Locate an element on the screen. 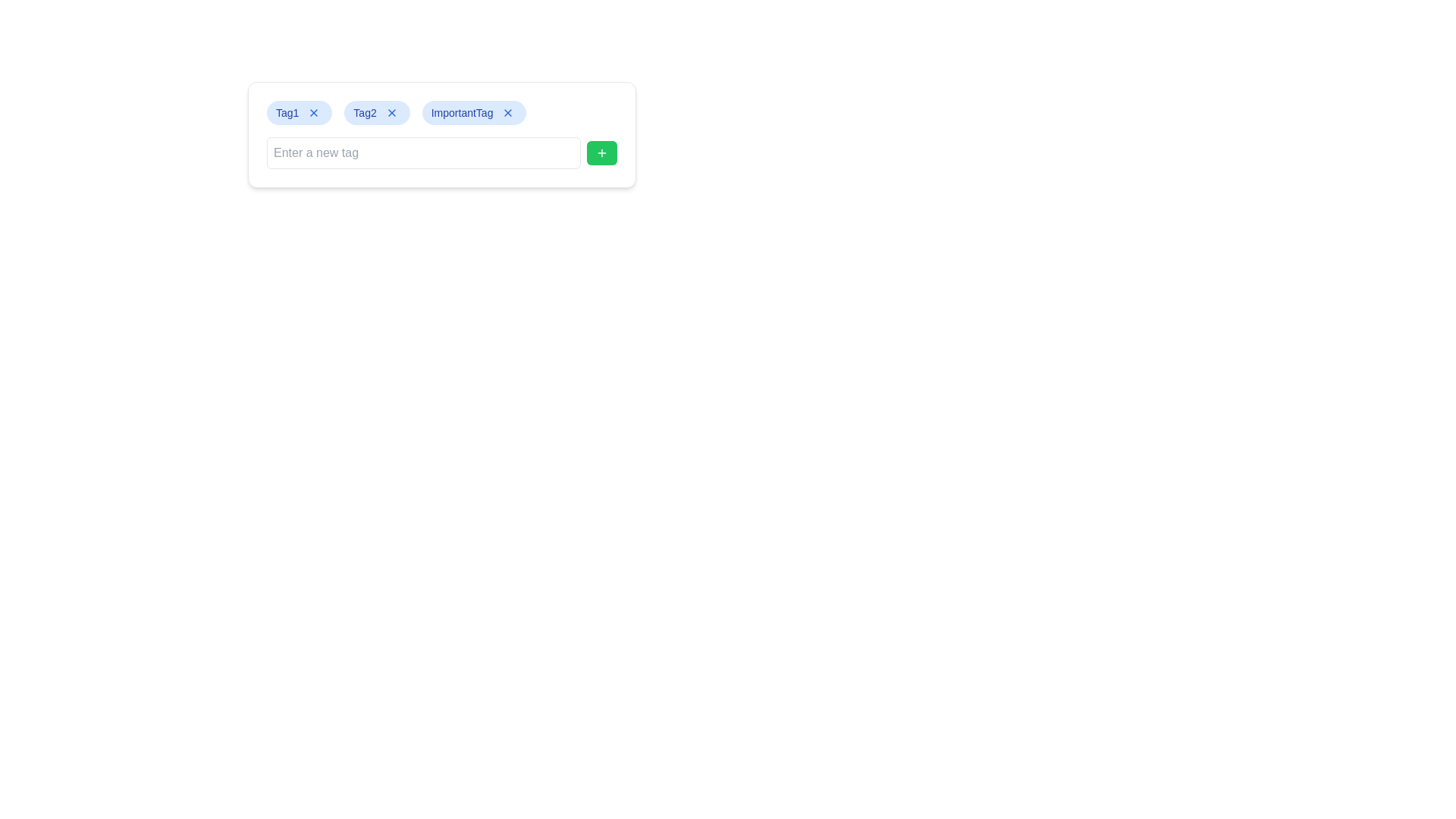 The height and width of the screenshot is (819, 1456). the text label containing 'Tag1' which is styled with a blue background and rounded corners, located at the start of the tag component is located at coordinates (287, 112).